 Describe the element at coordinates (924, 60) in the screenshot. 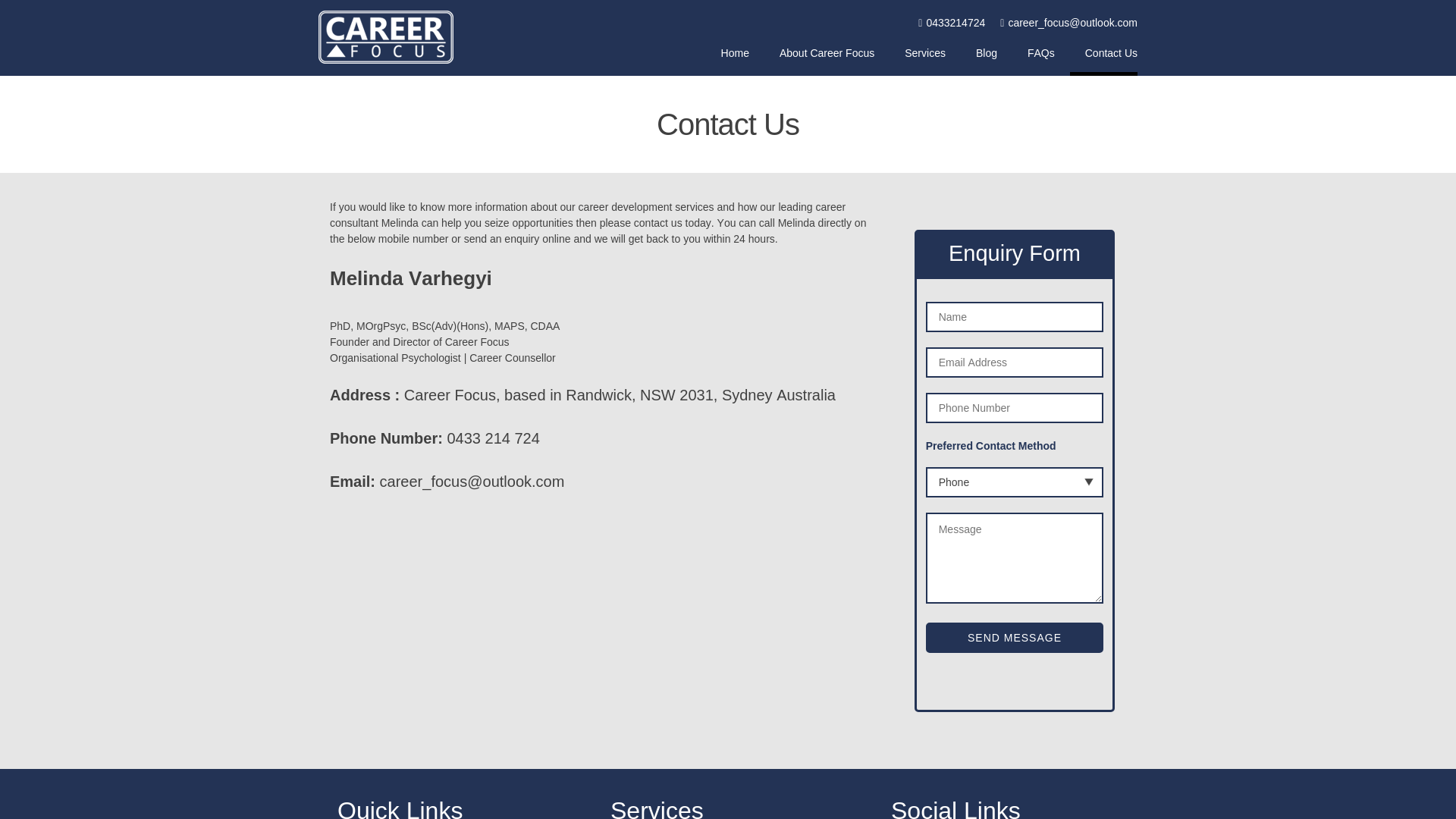

I see `'Services'` at that location.